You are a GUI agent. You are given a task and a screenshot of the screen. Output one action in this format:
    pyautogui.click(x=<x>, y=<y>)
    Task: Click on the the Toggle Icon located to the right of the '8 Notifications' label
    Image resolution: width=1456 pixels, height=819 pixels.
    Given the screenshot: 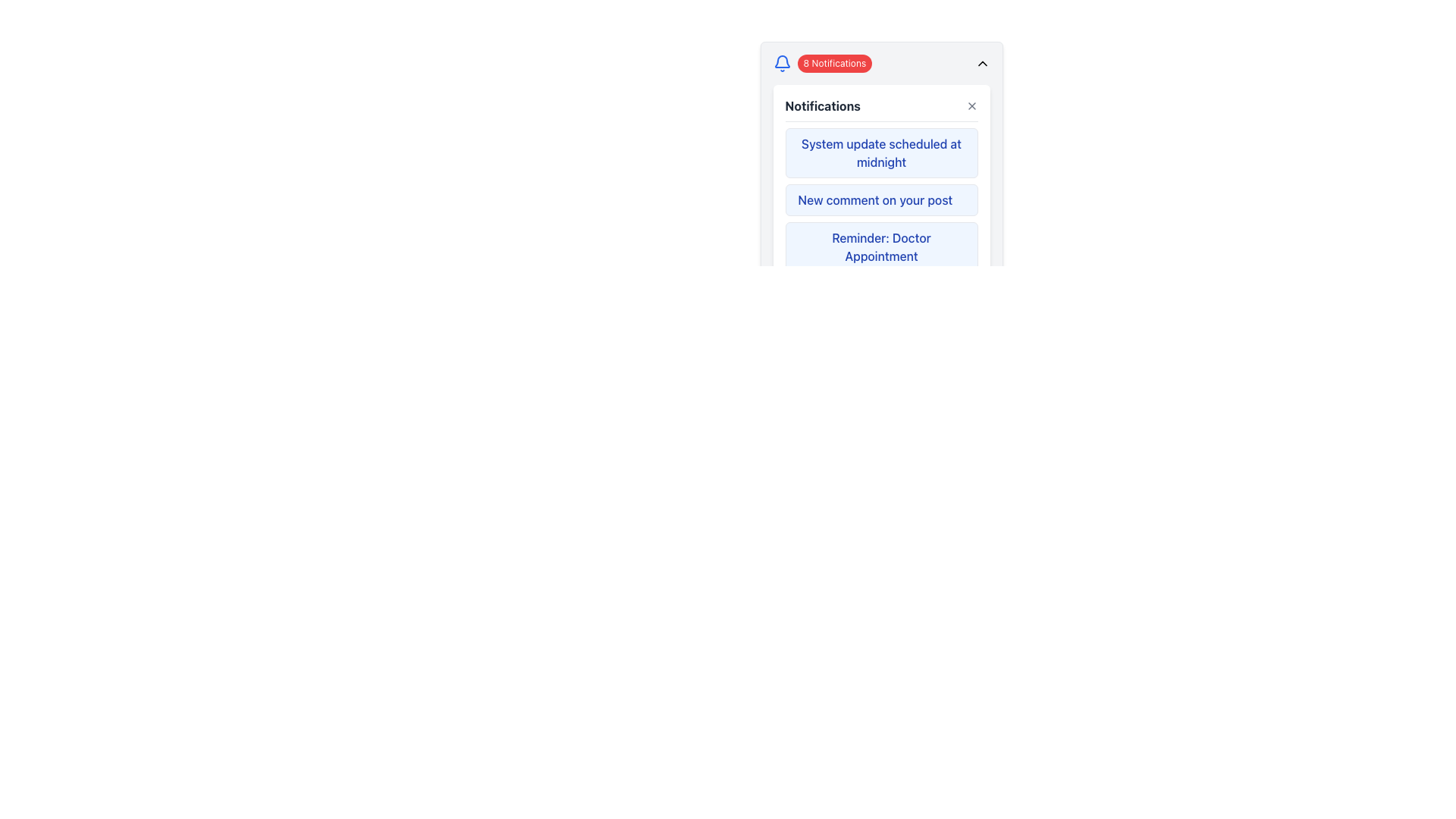 What is the action you would take?
    pyautogui.click(x=982, y=63)
    